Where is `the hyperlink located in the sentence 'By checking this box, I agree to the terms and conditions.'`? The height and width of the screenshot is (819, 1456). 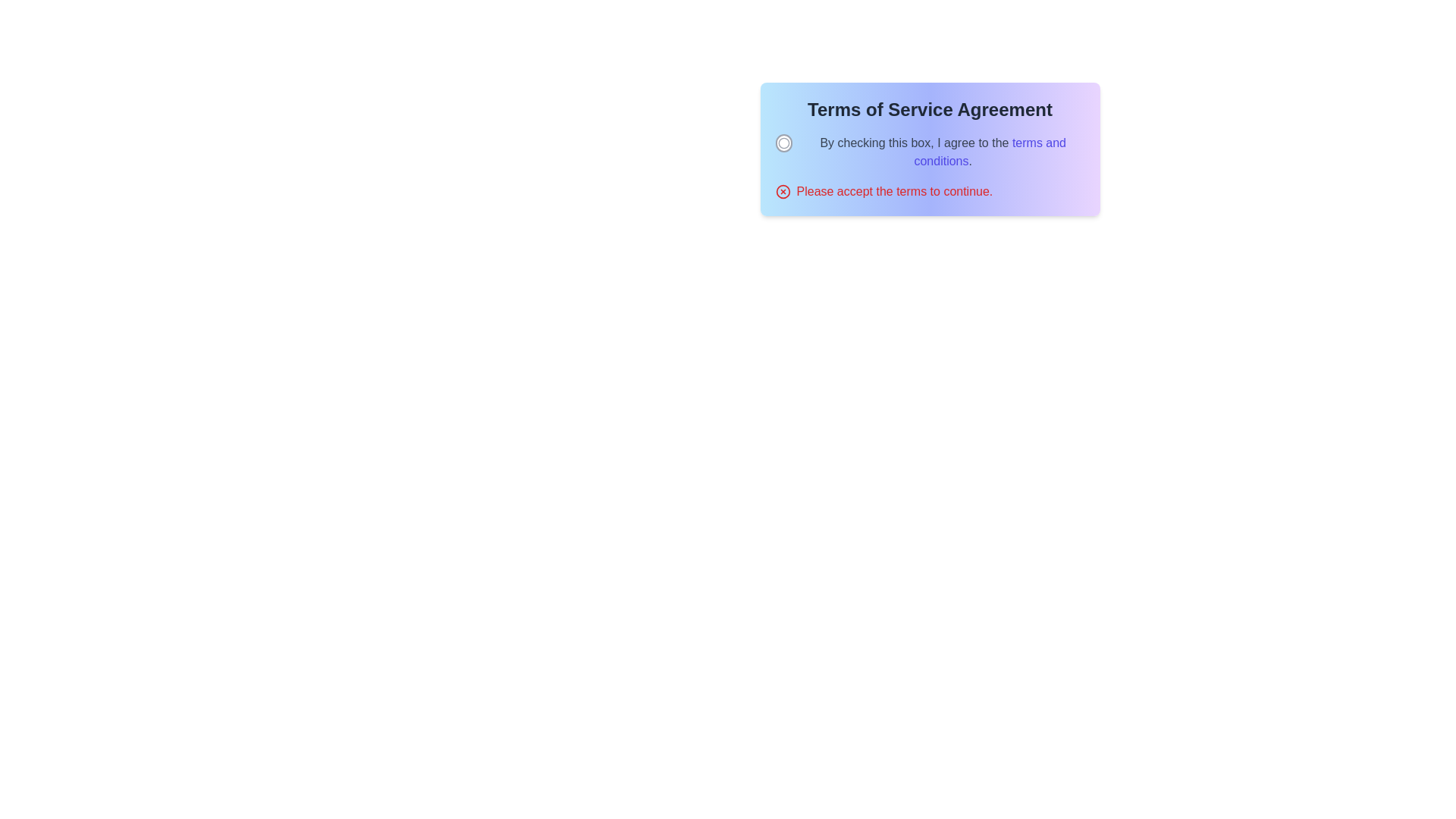
the hyperlink located in the sentence 'By checking this box, I agree to the terms and conditions.' is located at coordinates (990, 152).